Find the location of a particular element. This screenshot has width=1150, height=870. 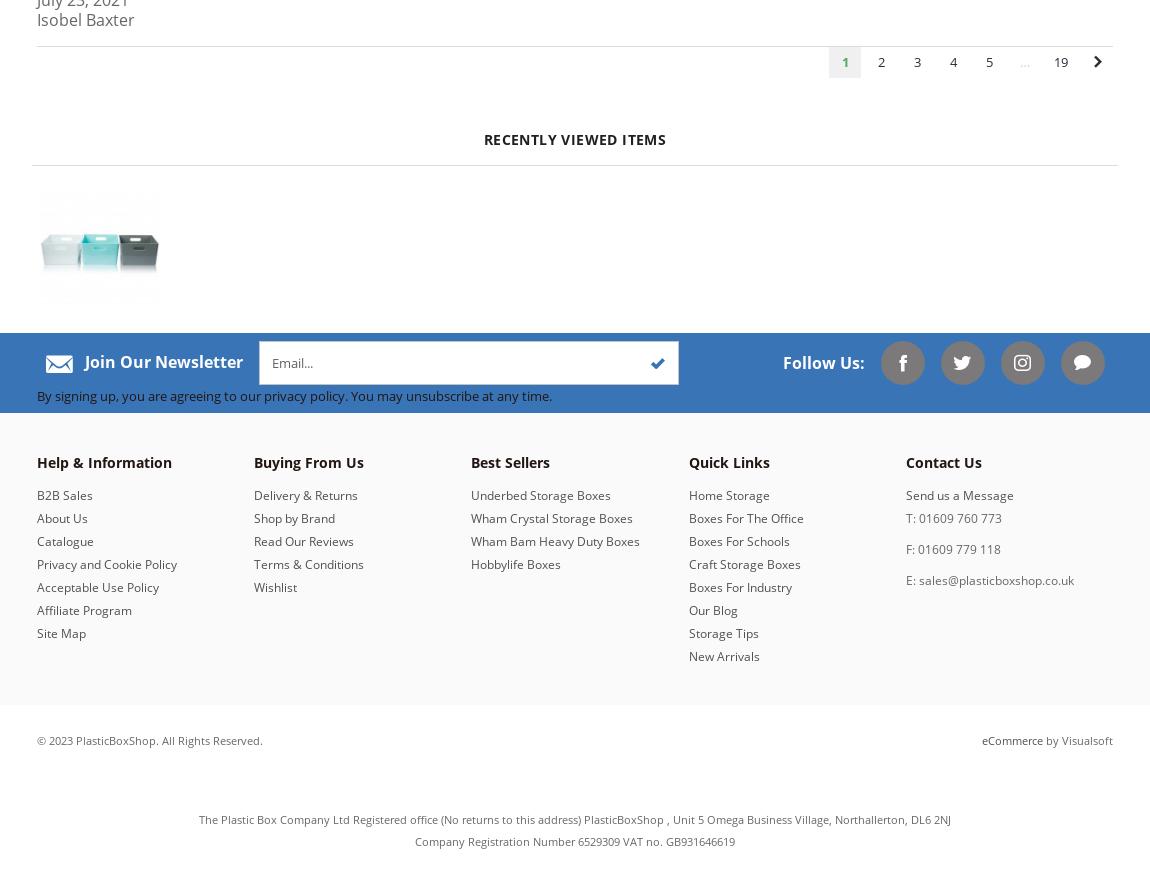

'Boxes For The Office' is located at coordinates (744, 516).